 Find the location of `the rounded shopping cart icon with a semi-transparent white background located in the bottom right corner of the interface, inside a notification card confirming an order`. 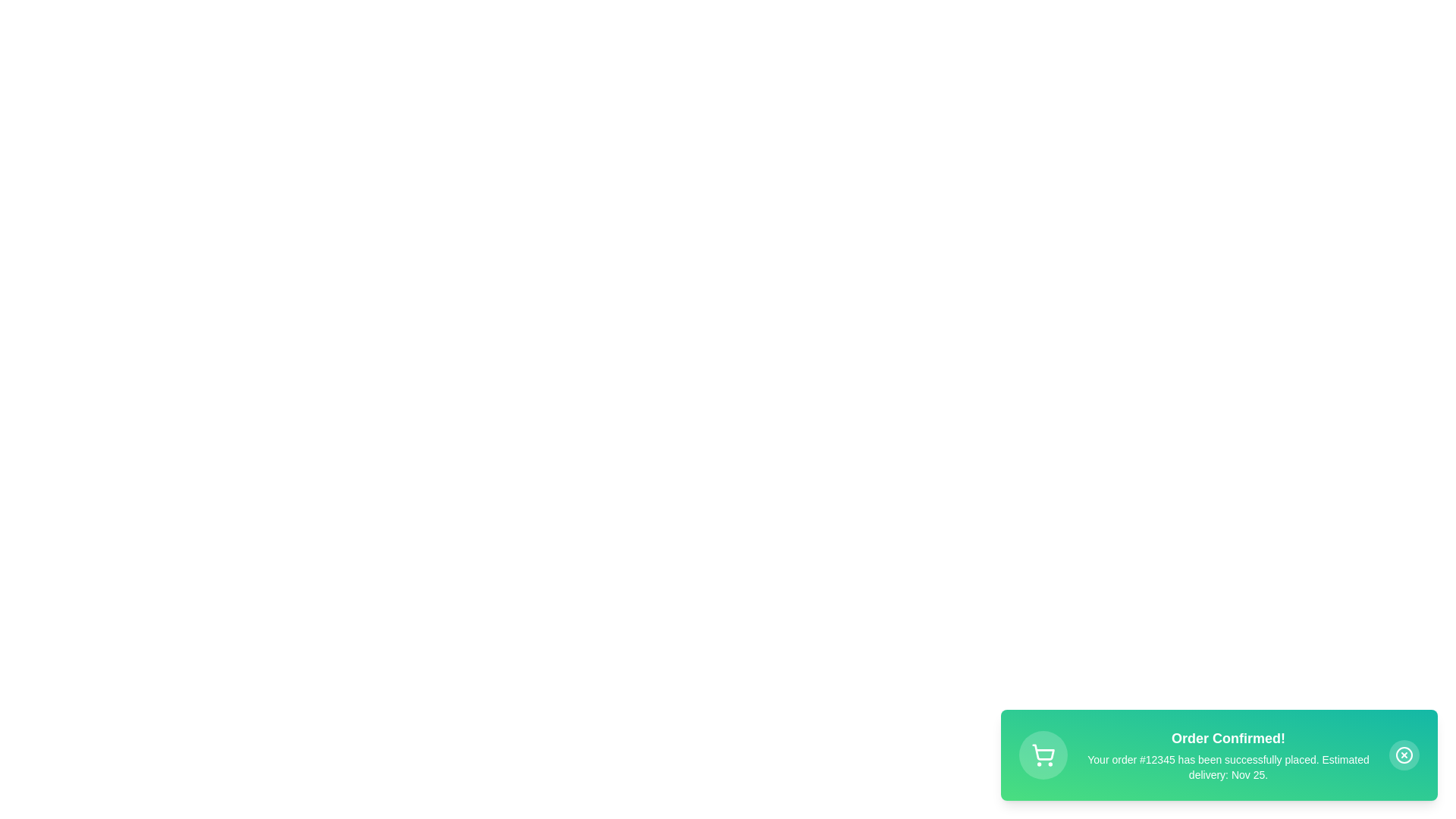

the rounded shopping cart icon with a semi-transparent white background located in the bottom right corner of the interface, inside a notification card confirming an order is located at coordinates (1043, 755).